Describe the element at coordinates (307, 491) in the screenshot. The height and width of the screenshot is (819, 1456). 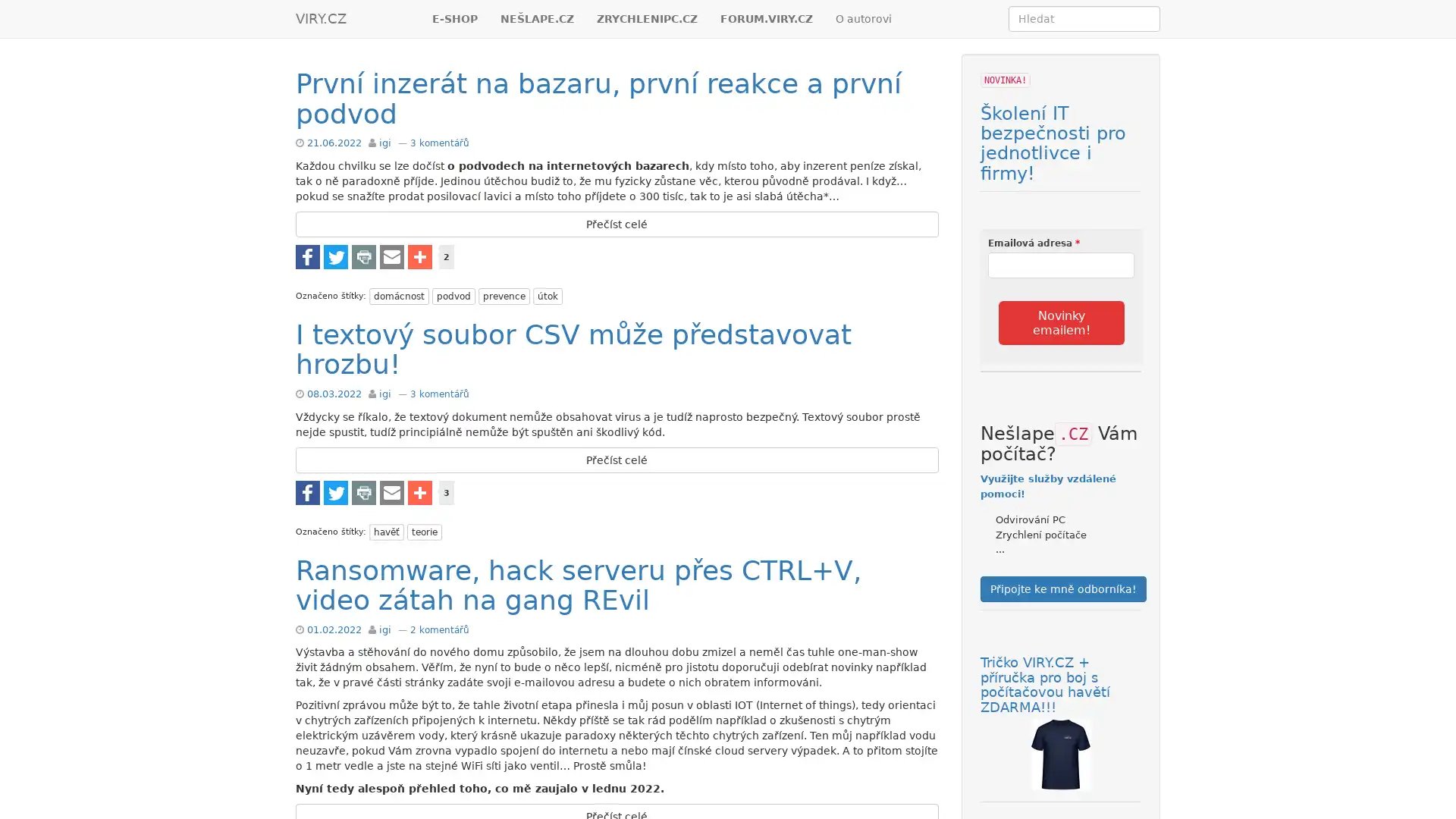
I see `Share to Facebook` at that location.